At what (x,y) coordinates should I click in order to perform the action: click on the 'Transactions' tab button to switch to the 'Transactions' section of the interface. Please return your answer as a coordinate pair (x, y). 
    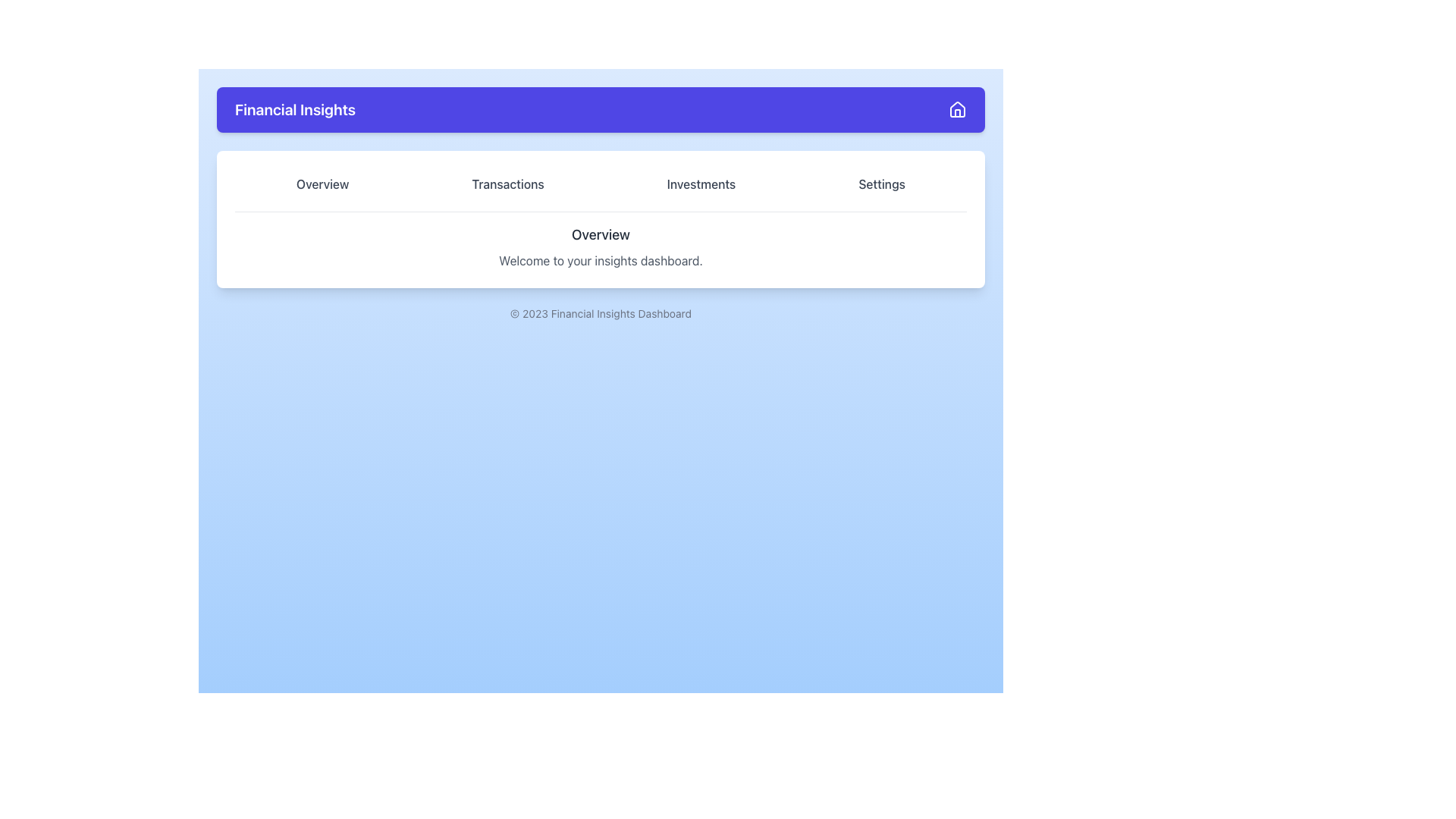
    Looking at the image, I should click on (508, 184).